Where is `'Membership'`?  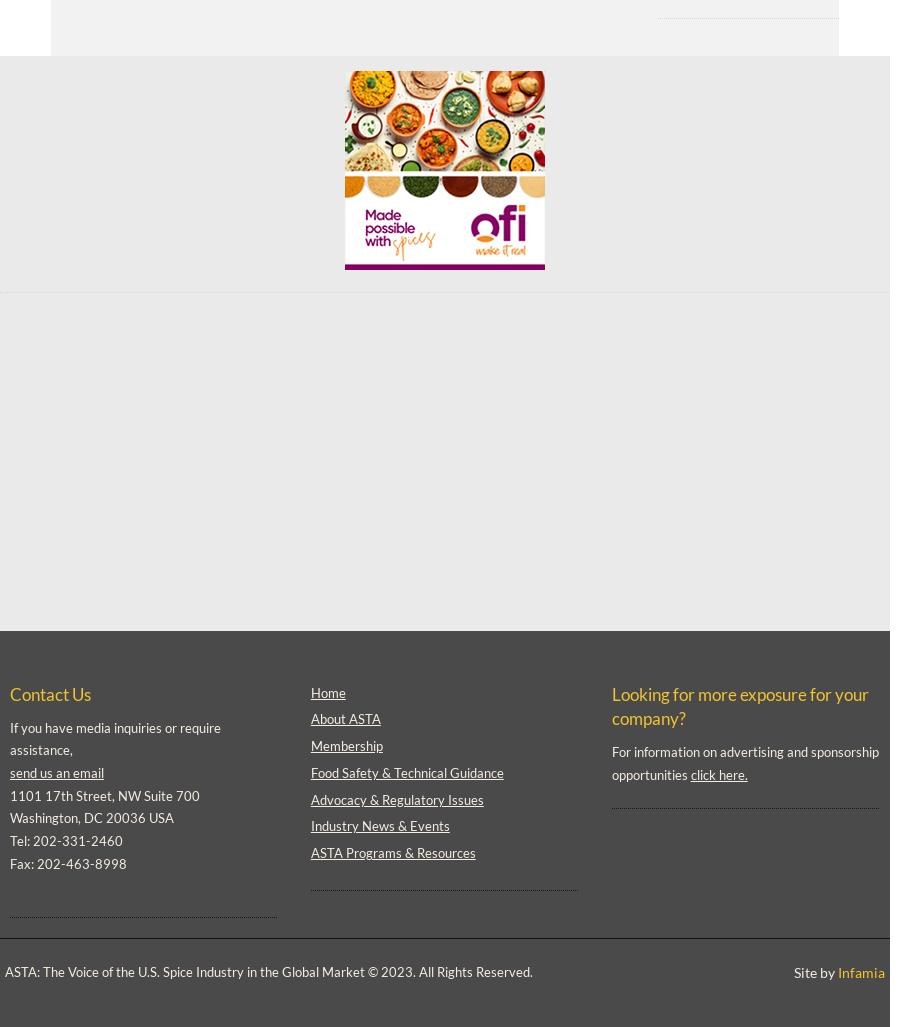
'Membership' is located at coordinates (345, 745).